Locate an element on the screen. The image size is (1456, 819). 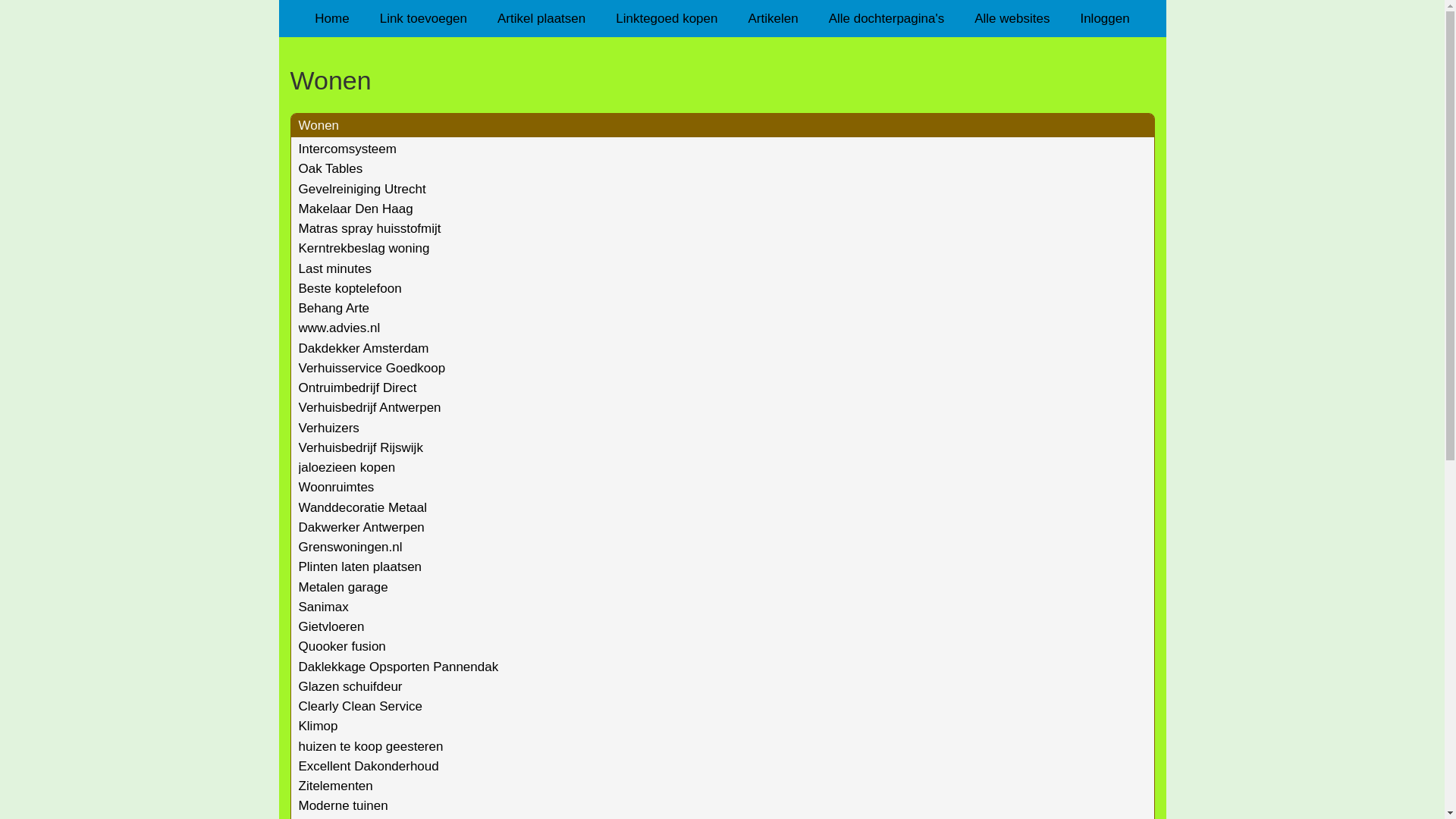
'Zitelementen' is located at coordinates (334, 785).